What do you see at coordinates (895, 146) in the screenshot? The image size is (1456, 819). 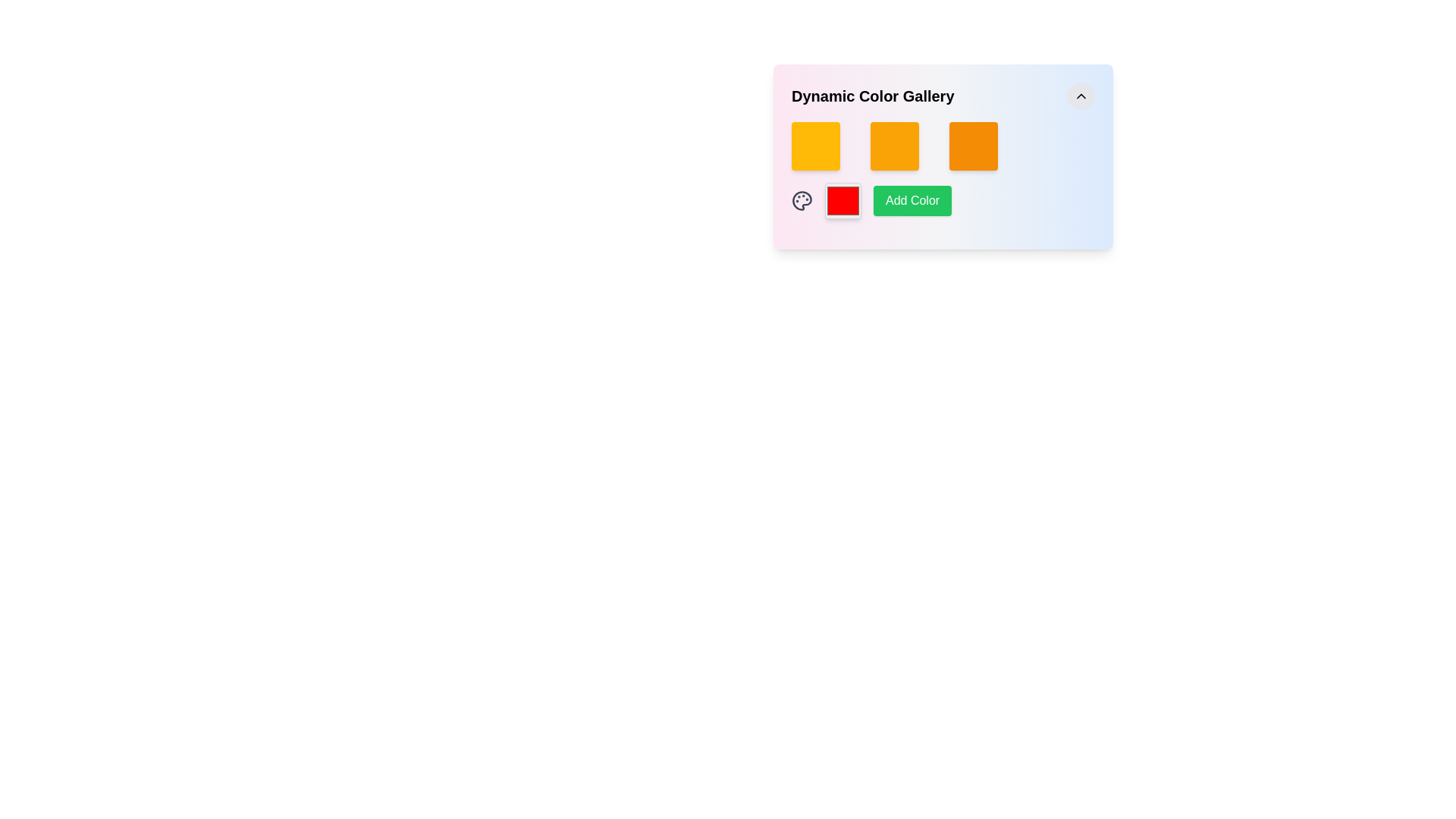 I see `the colored box, which is the second element in a grid layout, positioned centrally between two other similar elements` at bounding box center [895, 146].